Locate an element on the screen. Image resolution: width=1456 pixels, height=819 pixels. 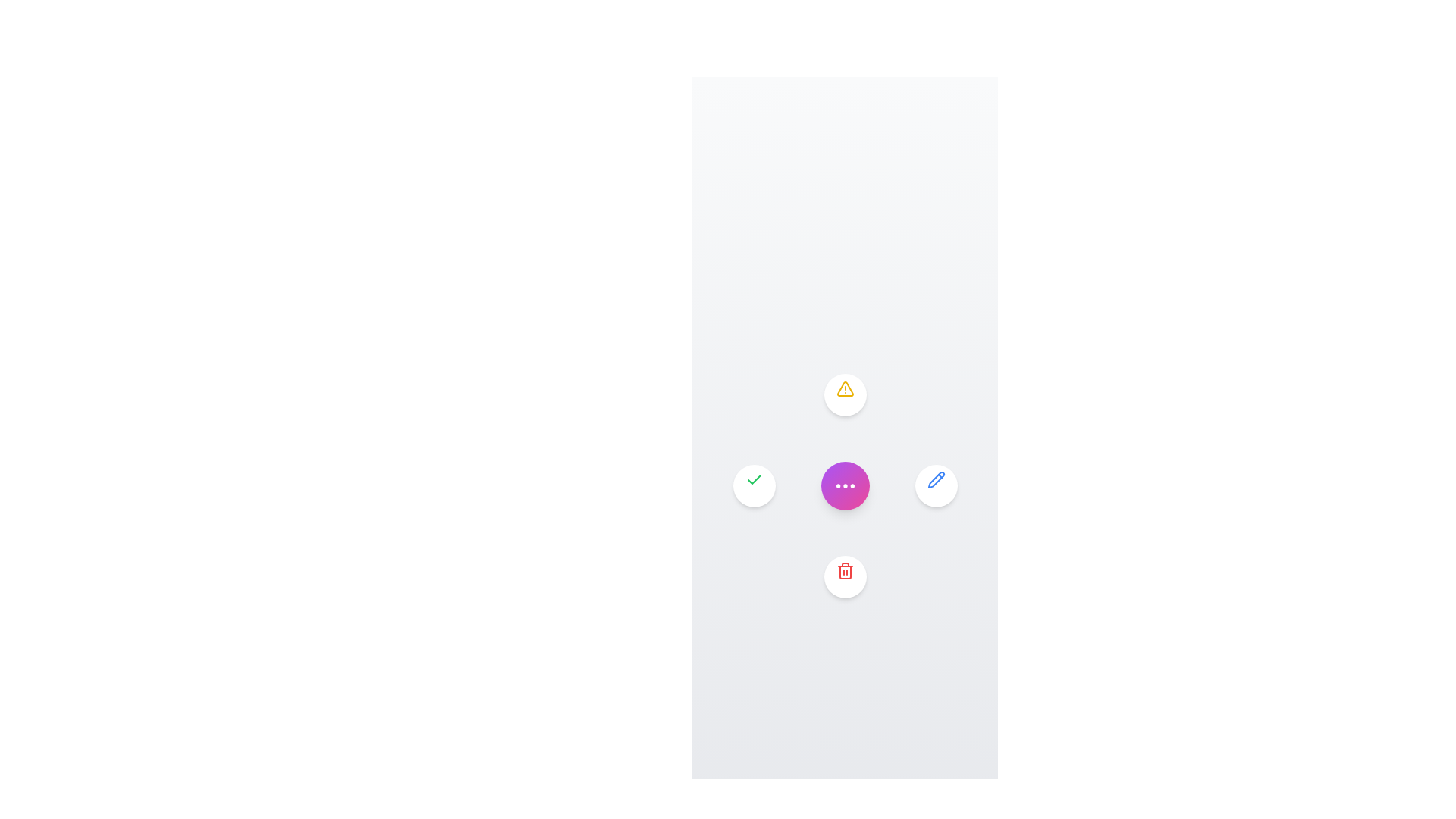
the 'Edit' button is located at coordinates (935, 485).